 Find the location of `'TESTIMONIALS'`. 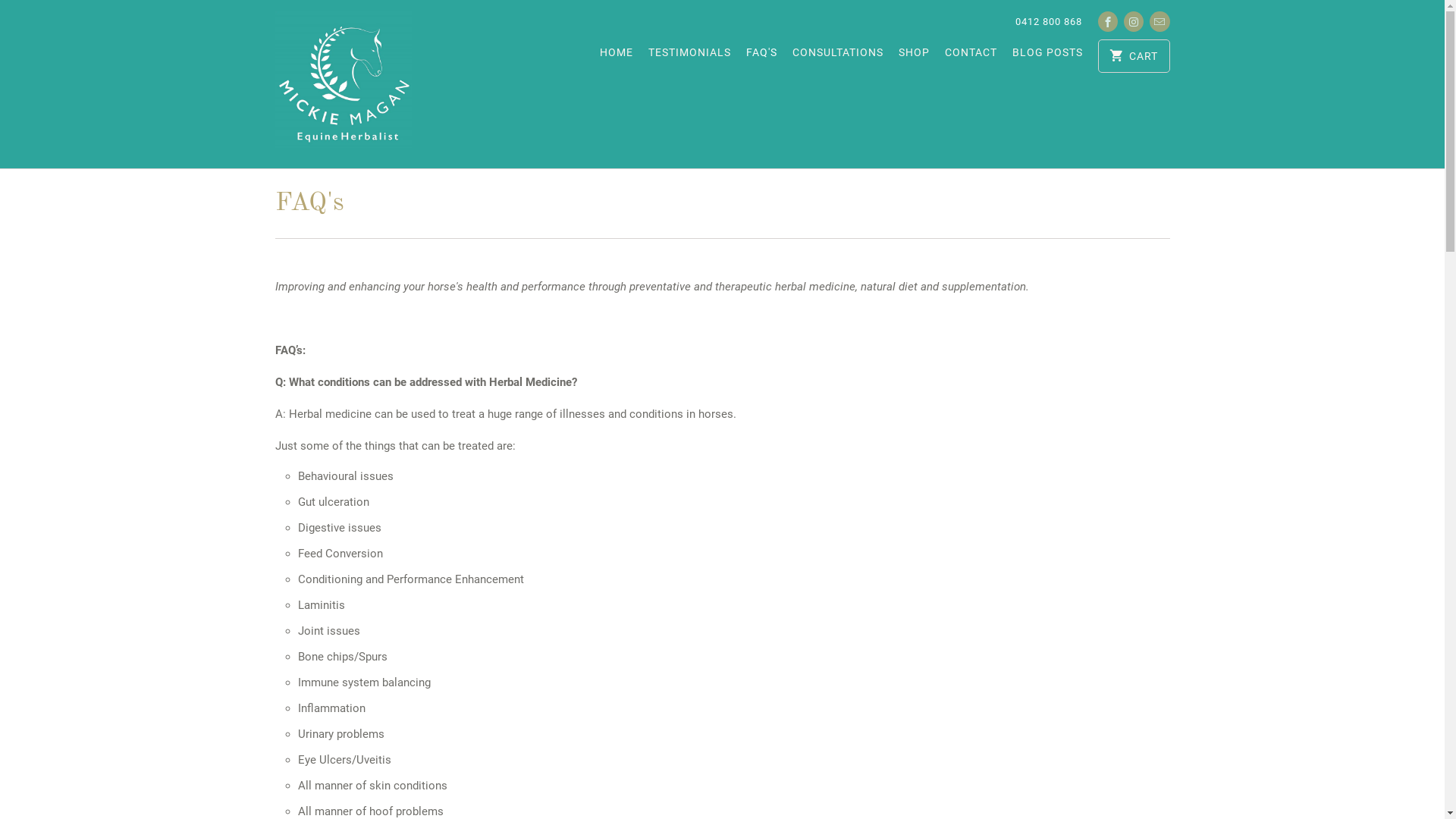

'TESTIMONIALS' is located at coordinates (648, 55).